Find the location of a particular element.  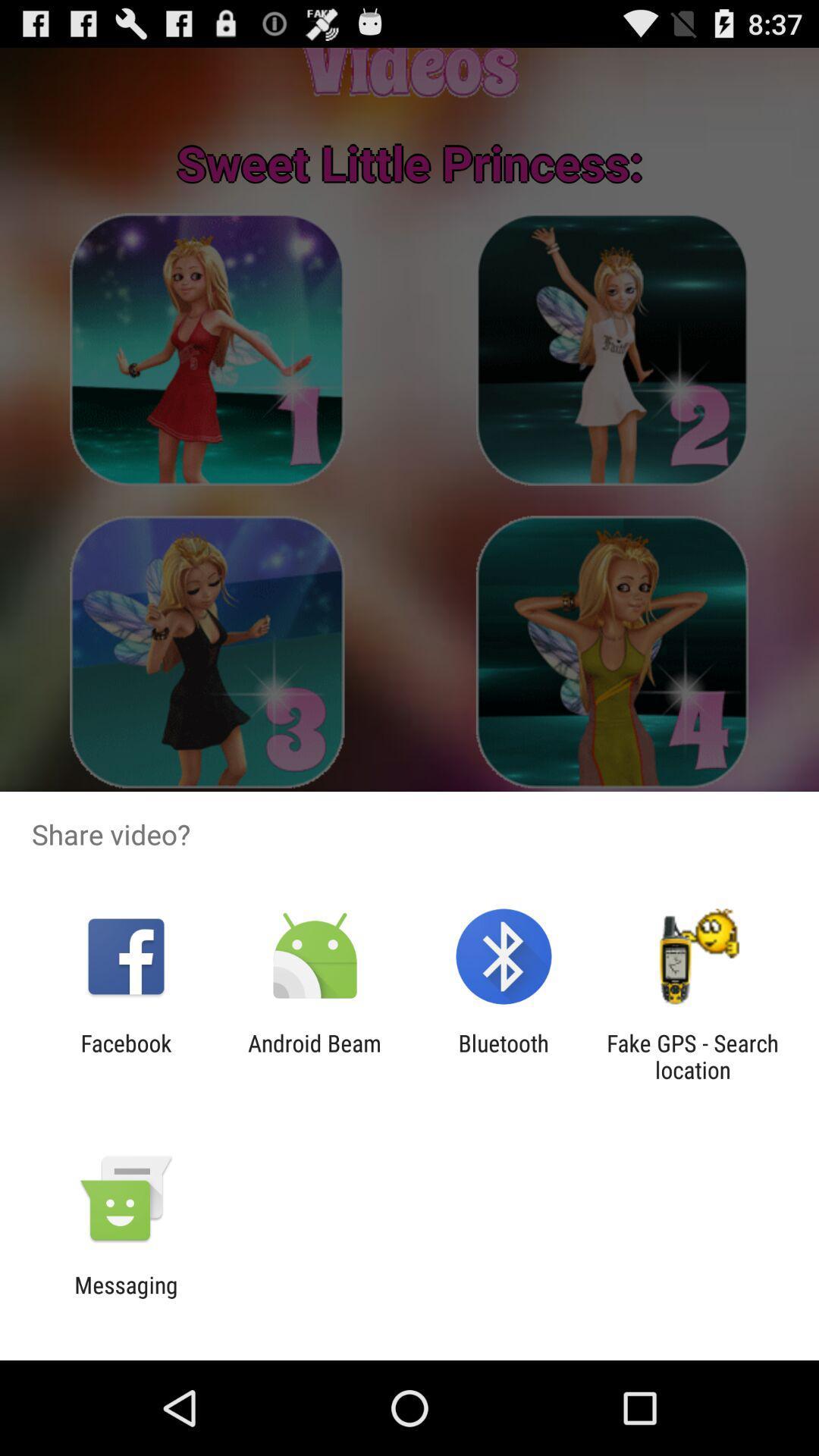

icon to the left of the bluetooth item is located at coordinates (314, 1056).